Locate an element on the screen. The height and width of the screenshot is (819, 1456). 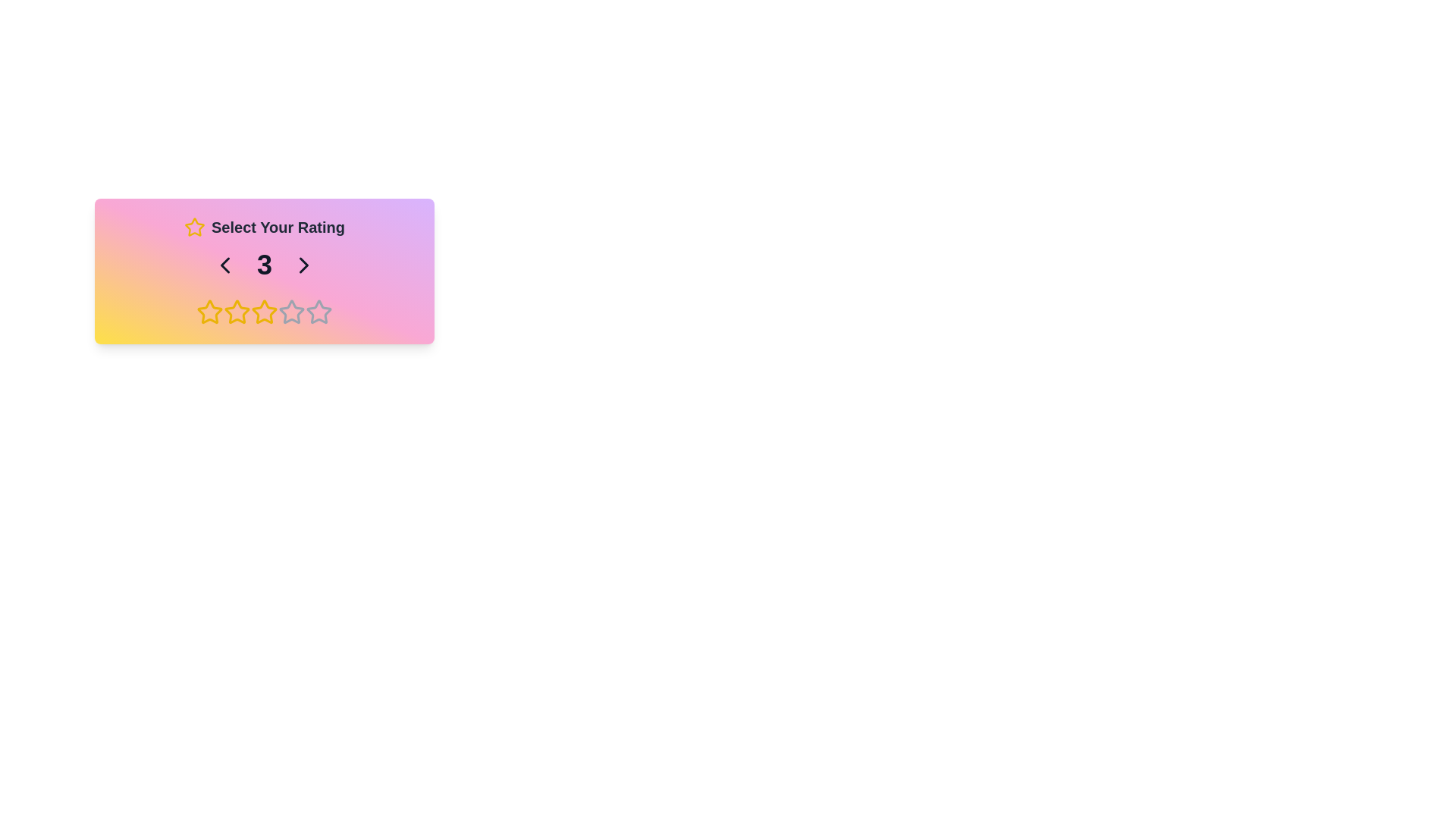
the Icon Button located to the right of the displayed number '3' is located at coordinates (303, 265).